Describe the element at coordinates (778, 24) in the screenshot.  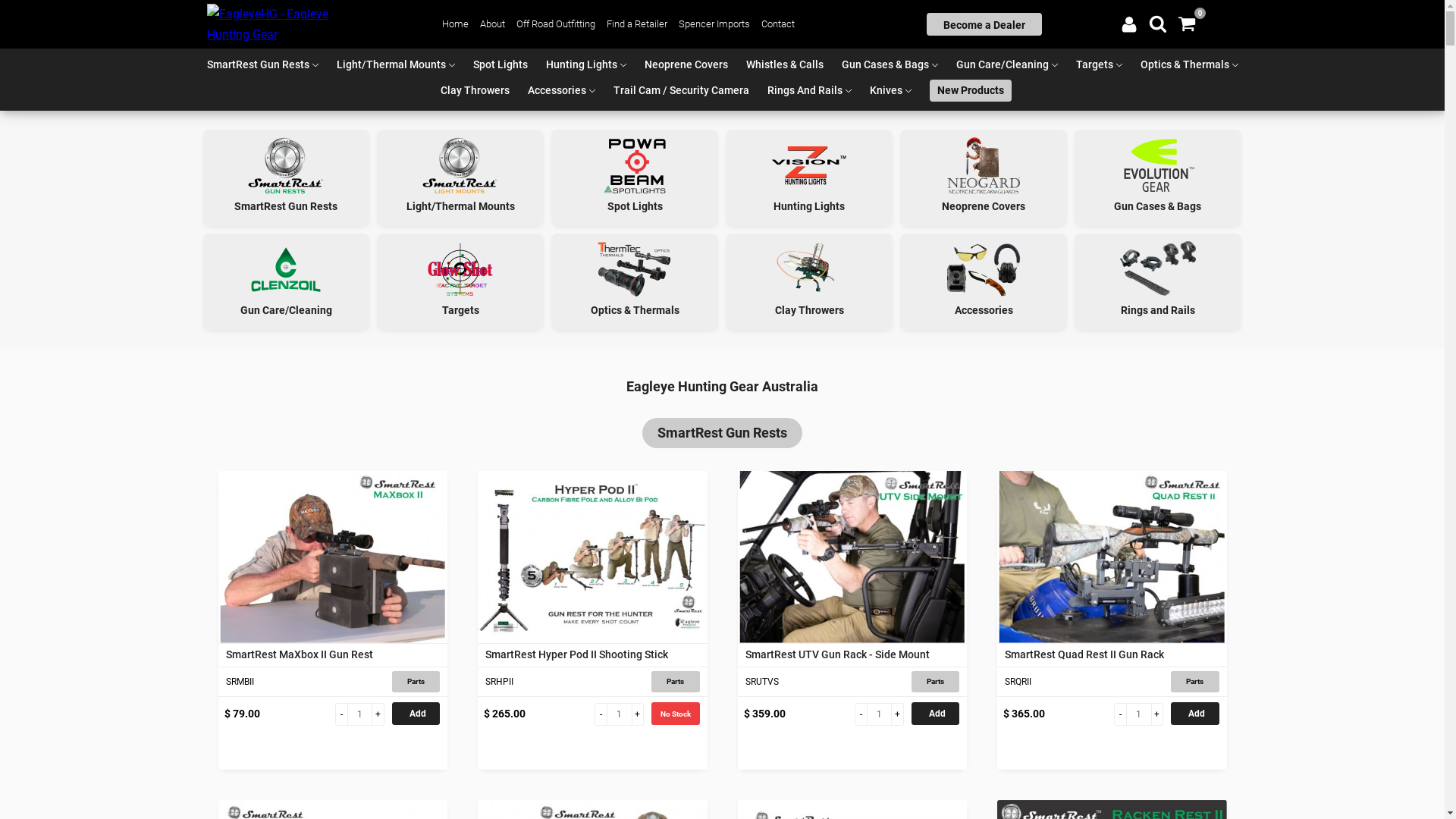
I see `'Contact'` at that location.